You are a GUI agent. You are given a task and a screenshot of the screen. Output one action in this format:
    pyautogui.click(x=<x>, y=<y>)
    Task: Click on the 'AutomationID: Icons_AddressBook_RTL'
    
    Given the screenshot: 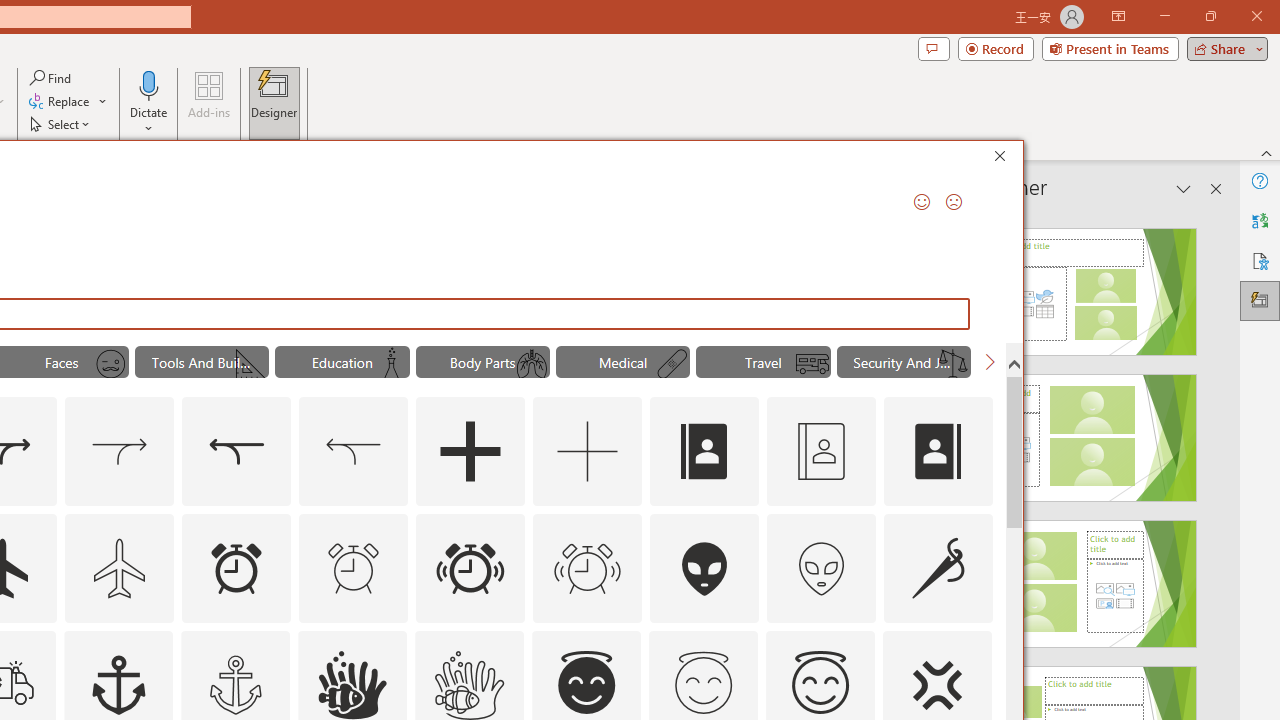 What is the action you would take?
    pyautogui.click(x=937, y=452)
    